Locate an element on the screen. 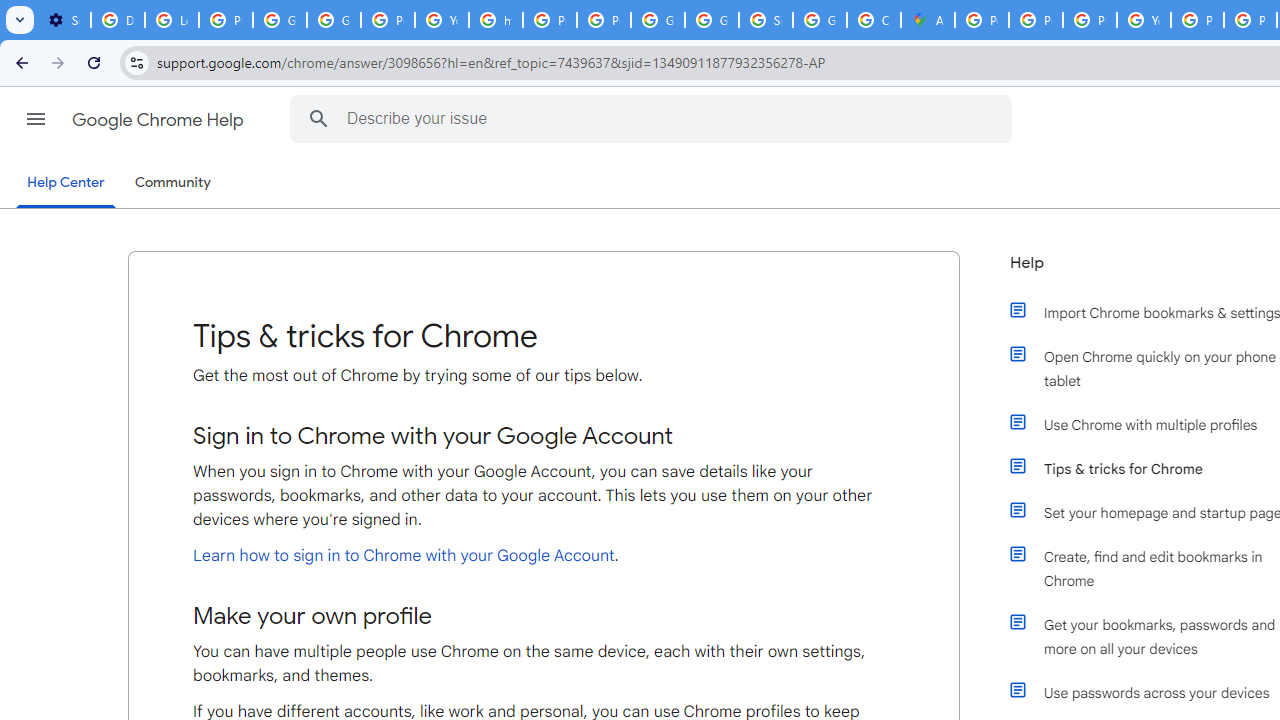  'Privacy Help Center - Policies Help' is located at coordinates (1088, 20).